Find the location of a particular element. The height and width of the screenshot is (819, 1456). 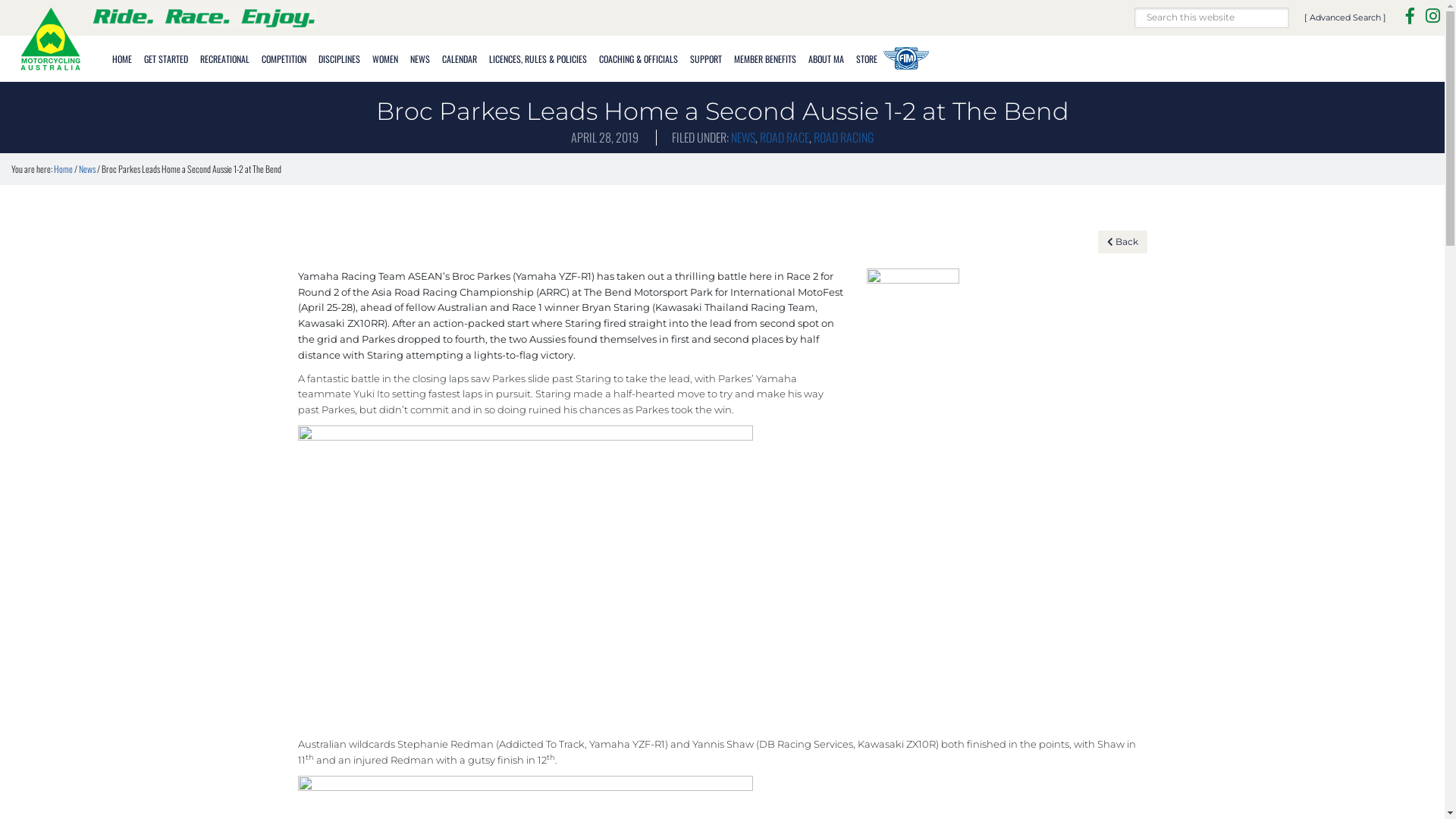

'COACHING & OFFICIALS' is located at coordinates (638, 56).